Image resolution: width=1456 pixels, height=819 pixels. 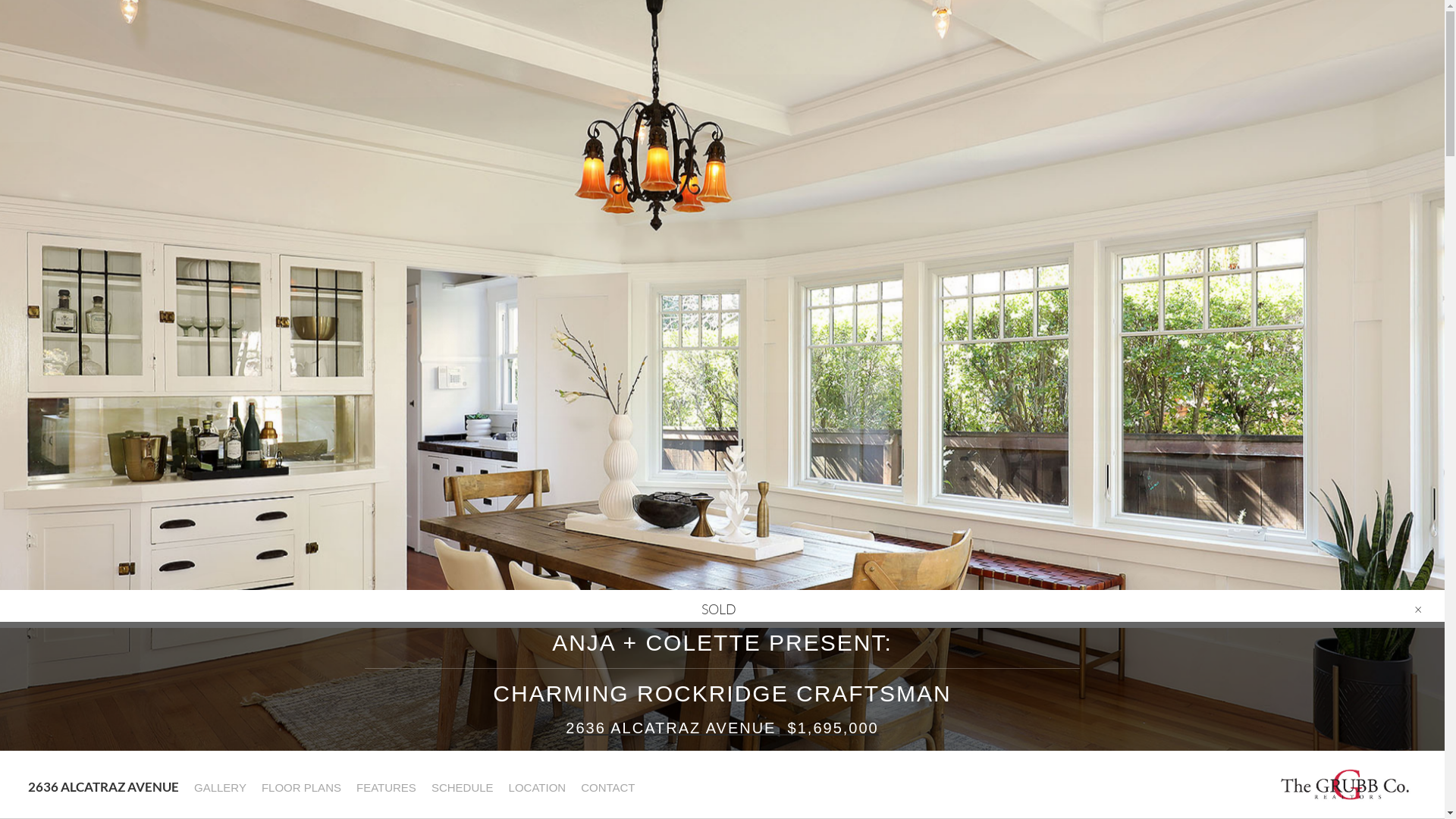 What do you see at coordinates (721, 727) in the screenshot?
I see `'2636 ALCATRAZ AVENUE  $1,695,000'` at bounding box center [721, 727].